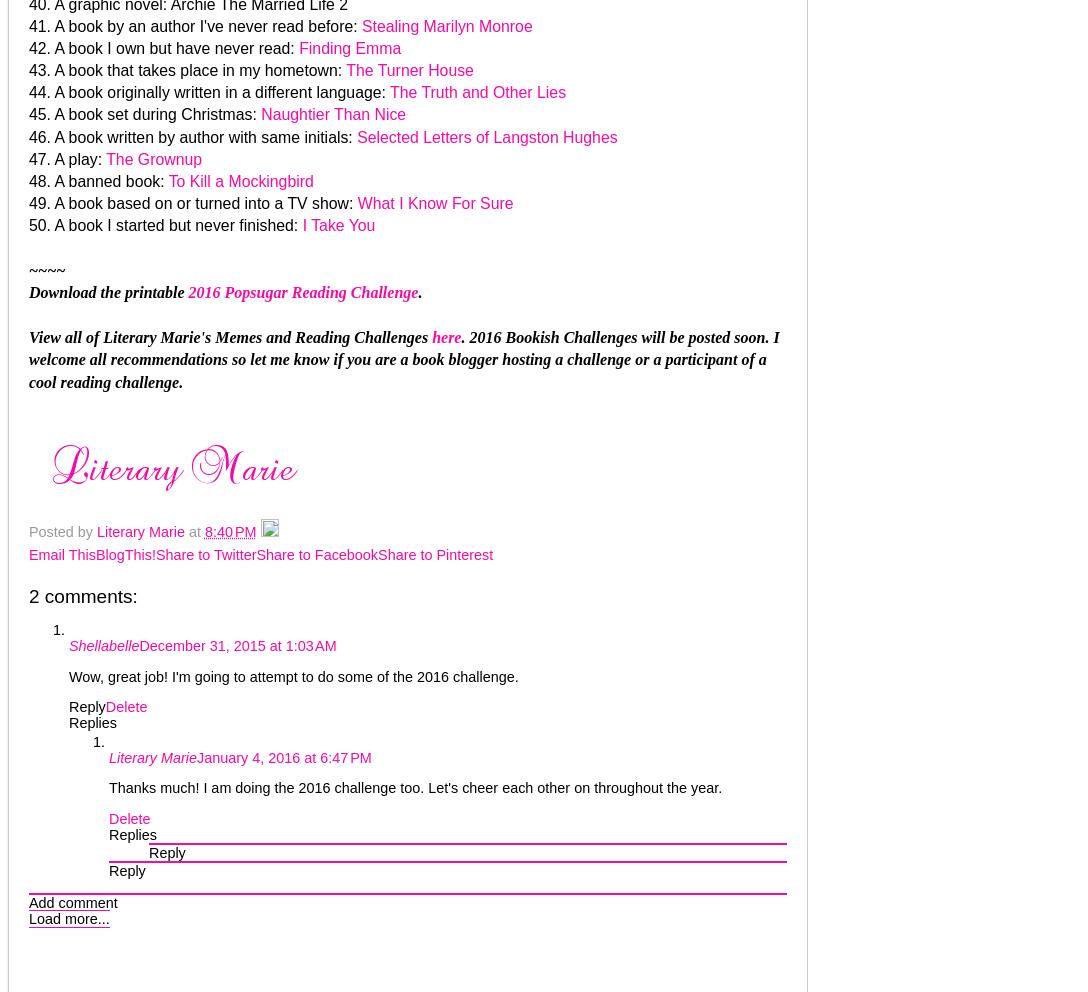 This screenshot has width=1088, height=992. I want to click on '42. A book I own but have never read:', so click(29, 47).